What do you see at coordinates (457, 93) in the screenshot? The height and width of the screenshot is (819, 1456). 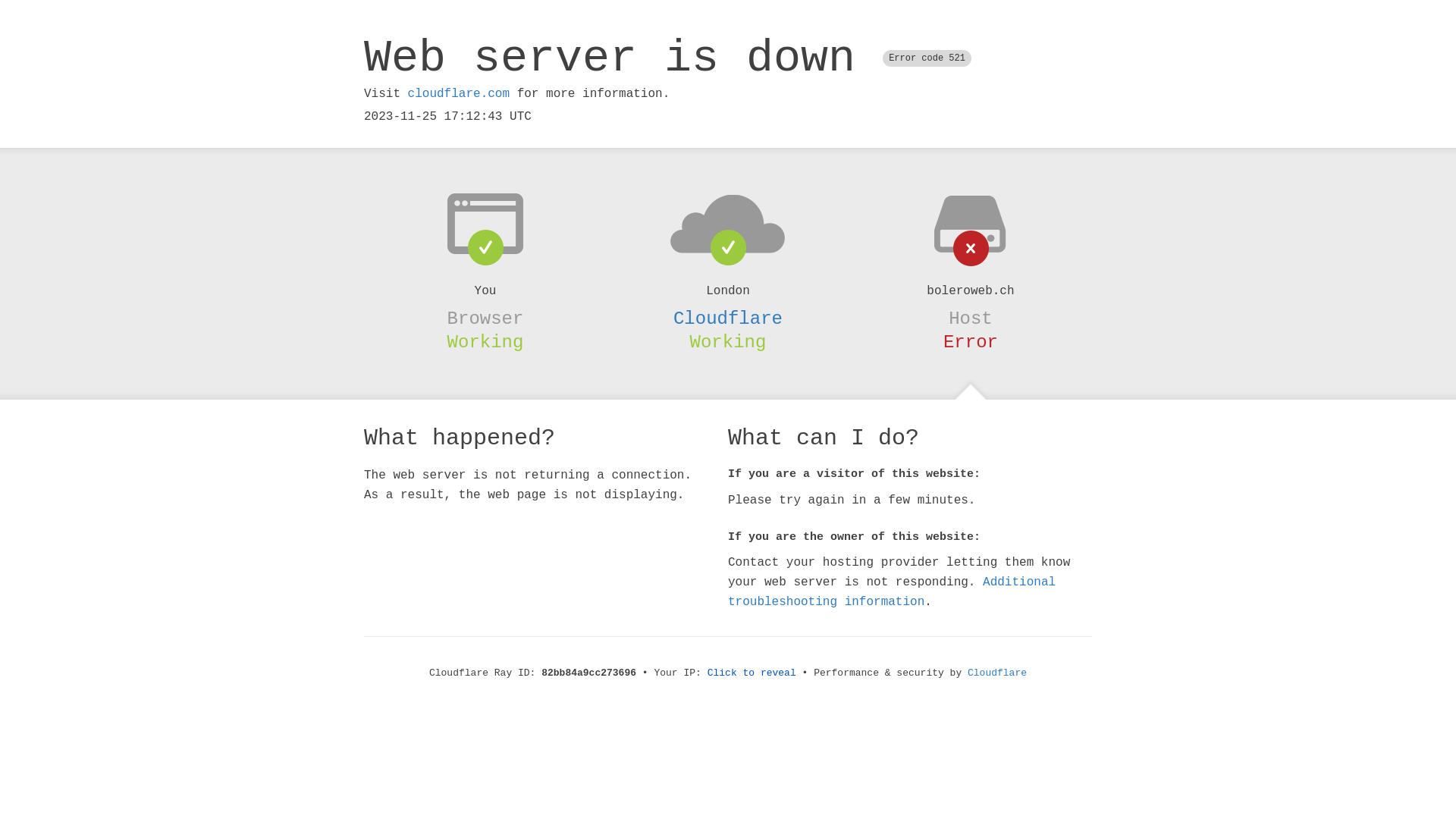 I see `'cloudflare.com'` at bounding box center [457, 93].